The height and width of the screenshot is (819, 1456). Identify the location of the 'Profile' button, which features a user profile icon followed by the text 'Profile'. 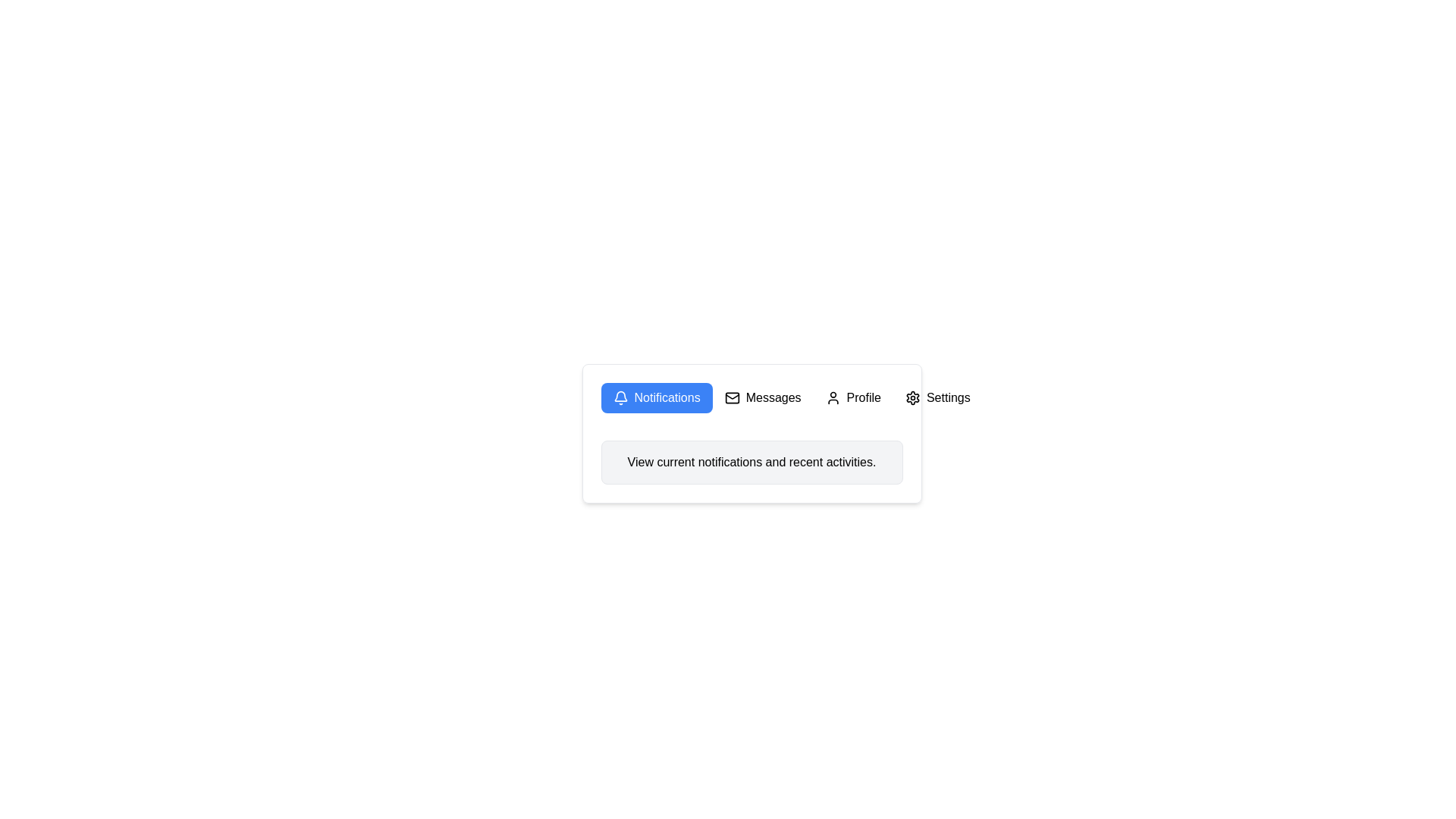
(853, 397).